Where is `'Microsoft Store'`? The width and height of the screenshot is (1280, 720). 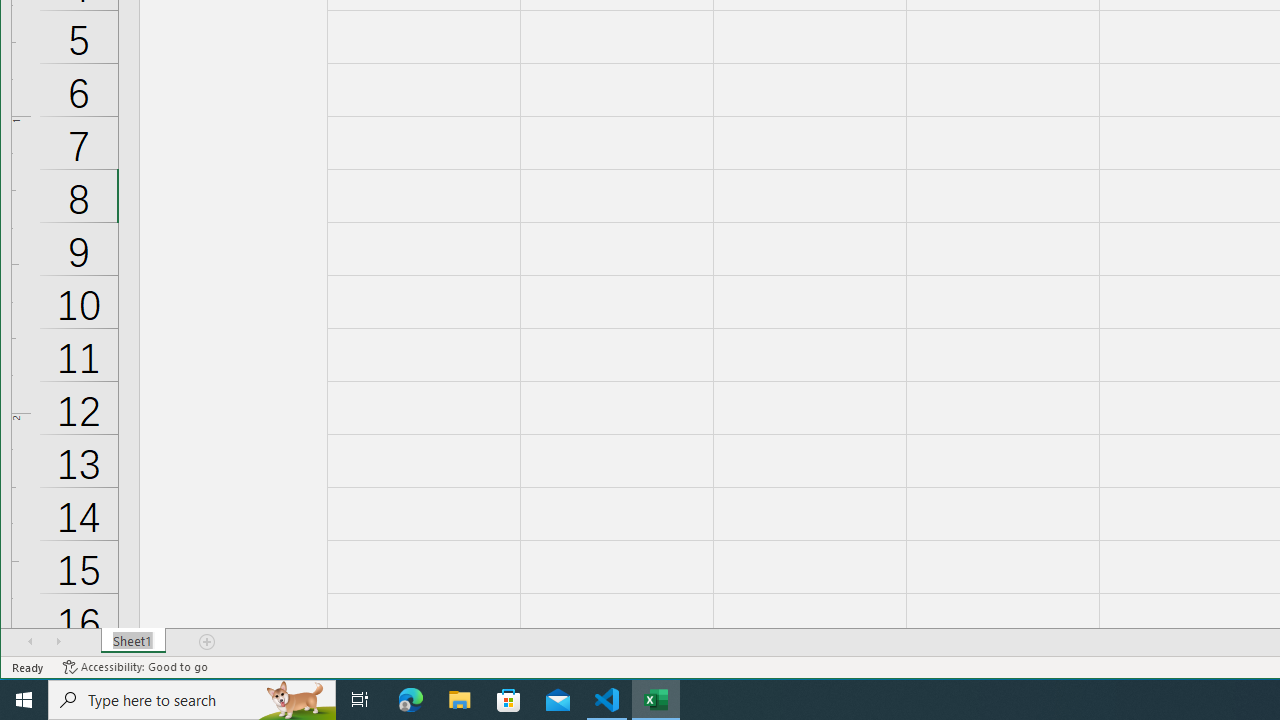
'Microsoft Store' is located at coordinates (509, 698).